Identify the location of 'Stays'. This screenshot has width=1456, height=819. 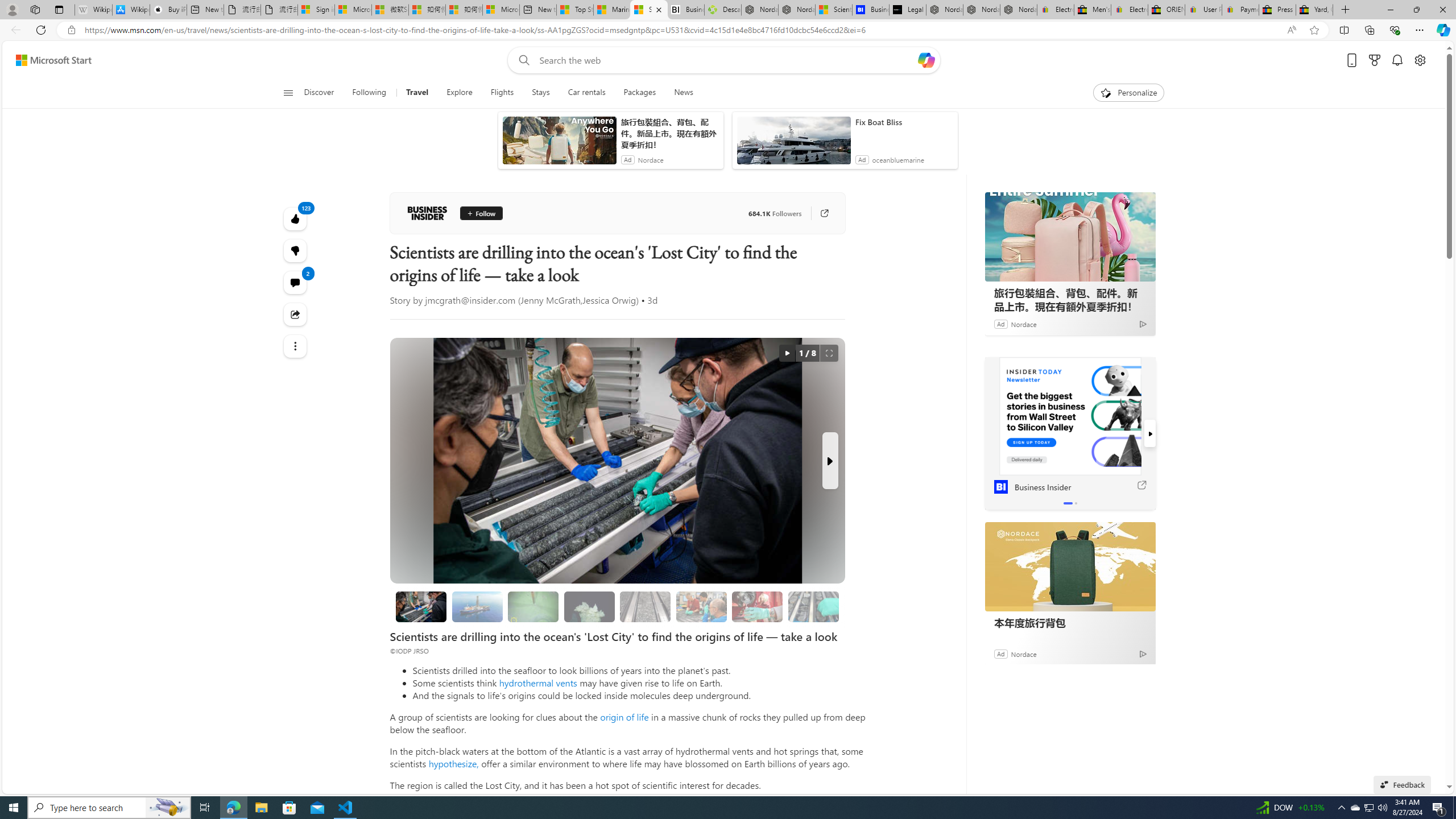
(540, 92).